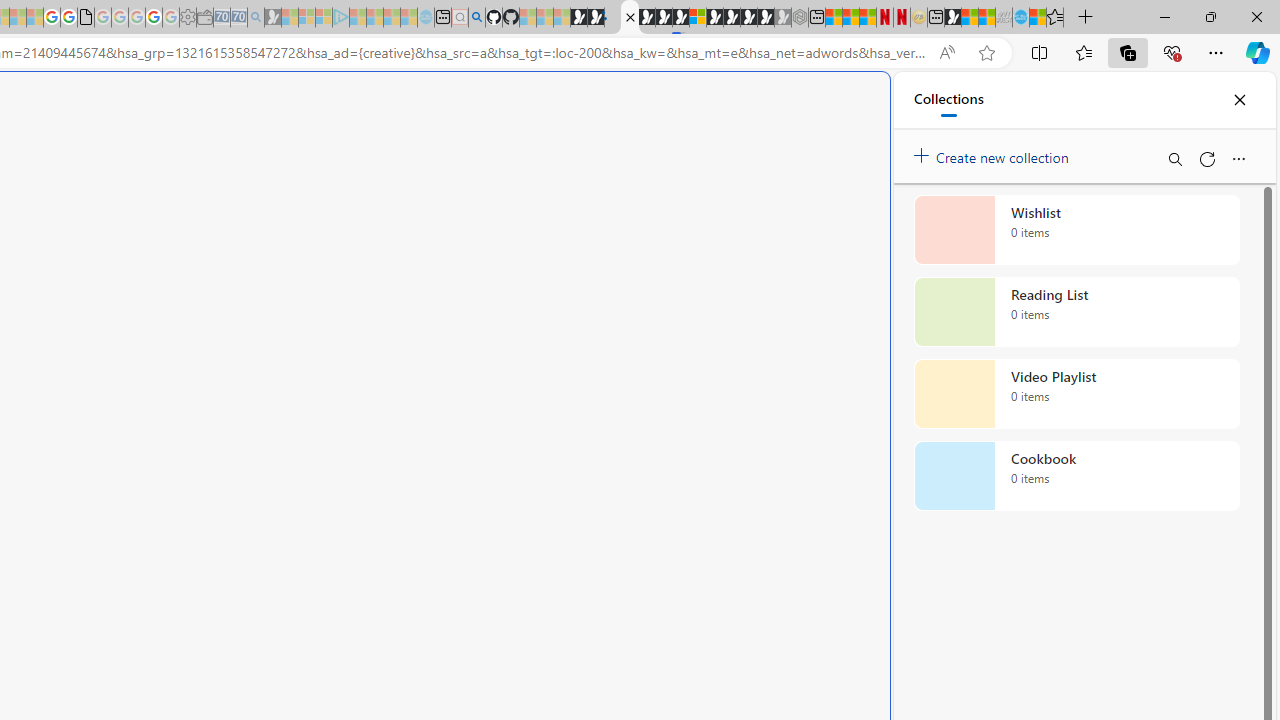 Image resolution: width=1280 pixels, height=720 pixels. I want to click on 'More options menu', so click(1237, 158).